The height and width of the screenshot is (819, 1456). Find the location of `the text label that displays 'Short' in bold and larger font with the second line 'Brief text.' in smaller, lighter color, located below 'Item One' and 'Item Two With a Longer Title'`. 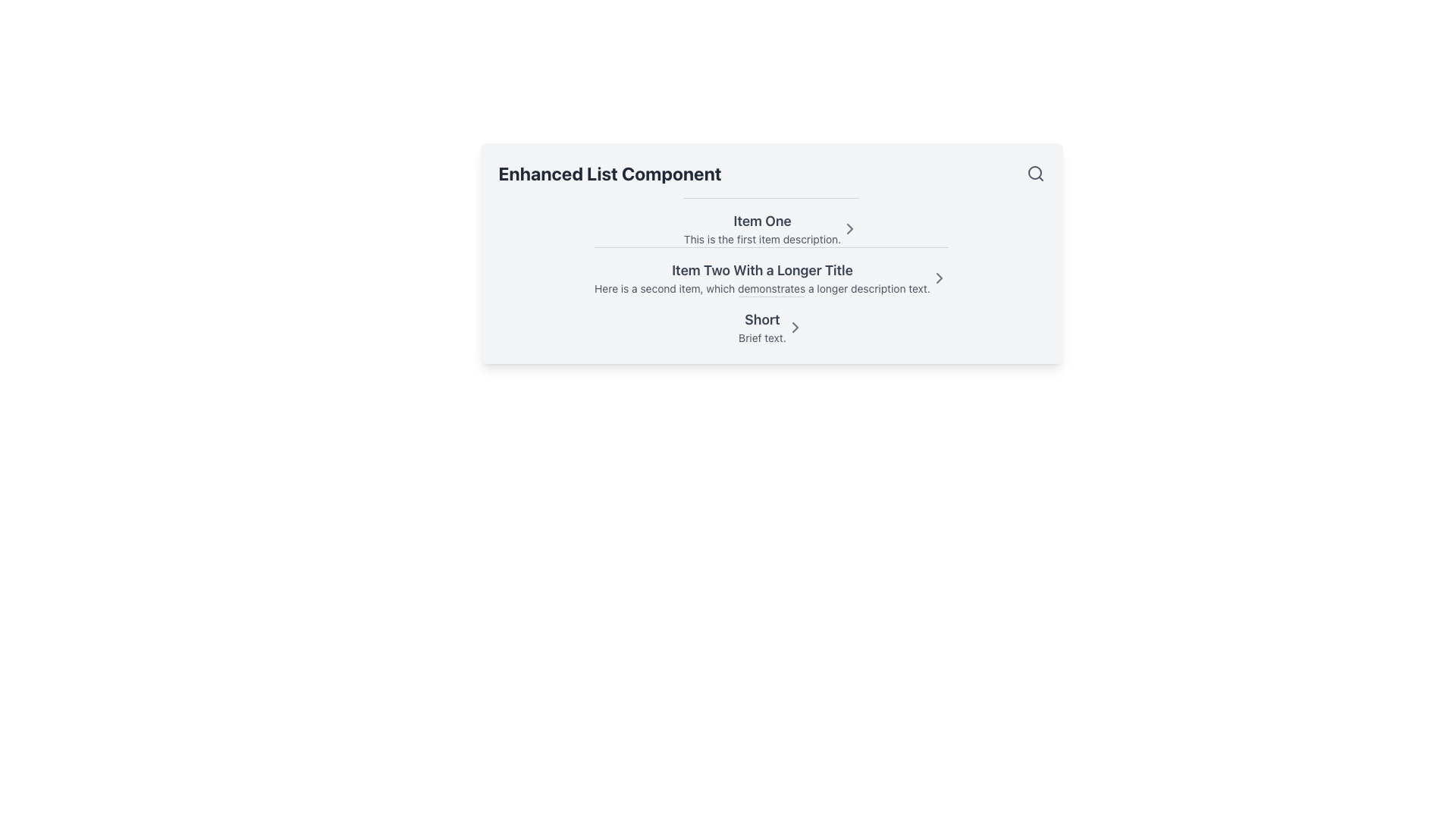

the text label that displays 'Short' in bold and larger font with the second line 'Brief text.' in smaller, lighter color, located below 'Item One' and 'Item Two With a Longer Title' is located at coordinates (762, 327).